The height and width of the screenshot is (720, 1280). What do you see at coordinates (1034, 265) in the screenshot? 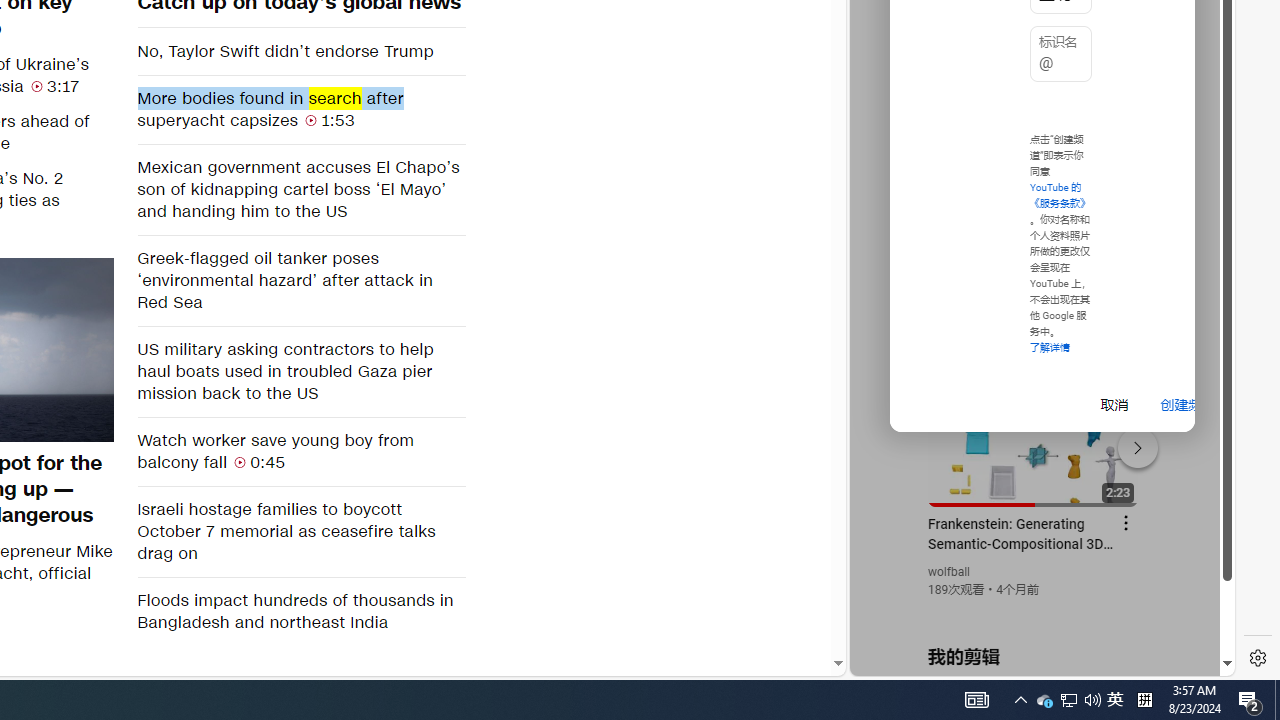
I see `'YouTube - YouTube'` at bounding box center [1034, 265].